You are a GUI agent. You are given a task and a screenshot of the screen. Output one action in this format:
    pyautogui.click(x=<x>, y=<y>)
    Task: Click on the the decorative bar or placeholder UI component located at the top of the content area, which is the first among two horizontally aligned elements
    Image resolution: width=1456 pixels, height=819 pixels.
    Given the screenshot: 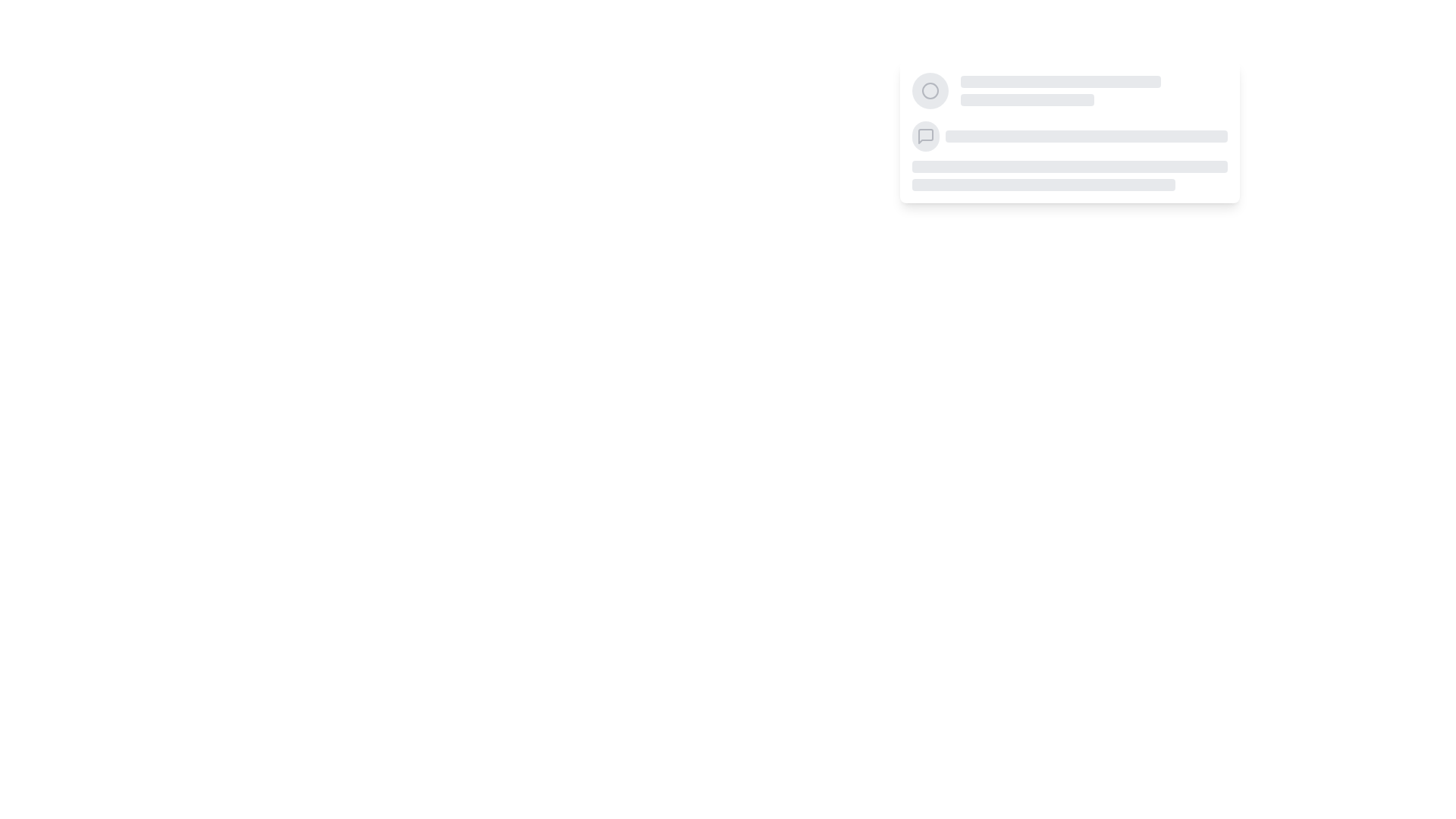 What is the action you would take?
    pyautogui.click(x=1059, y=82)
    